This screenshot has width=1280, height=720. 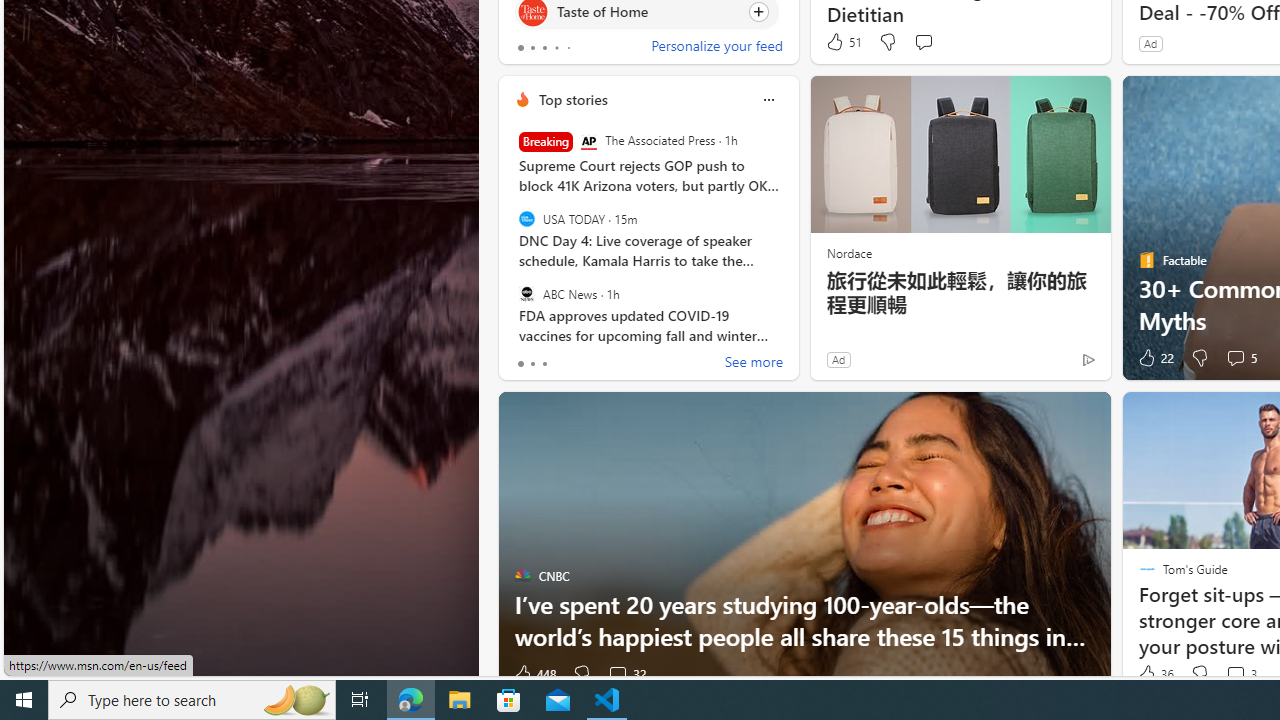 I want to click on '51 Like', so click(x=843, y=42).